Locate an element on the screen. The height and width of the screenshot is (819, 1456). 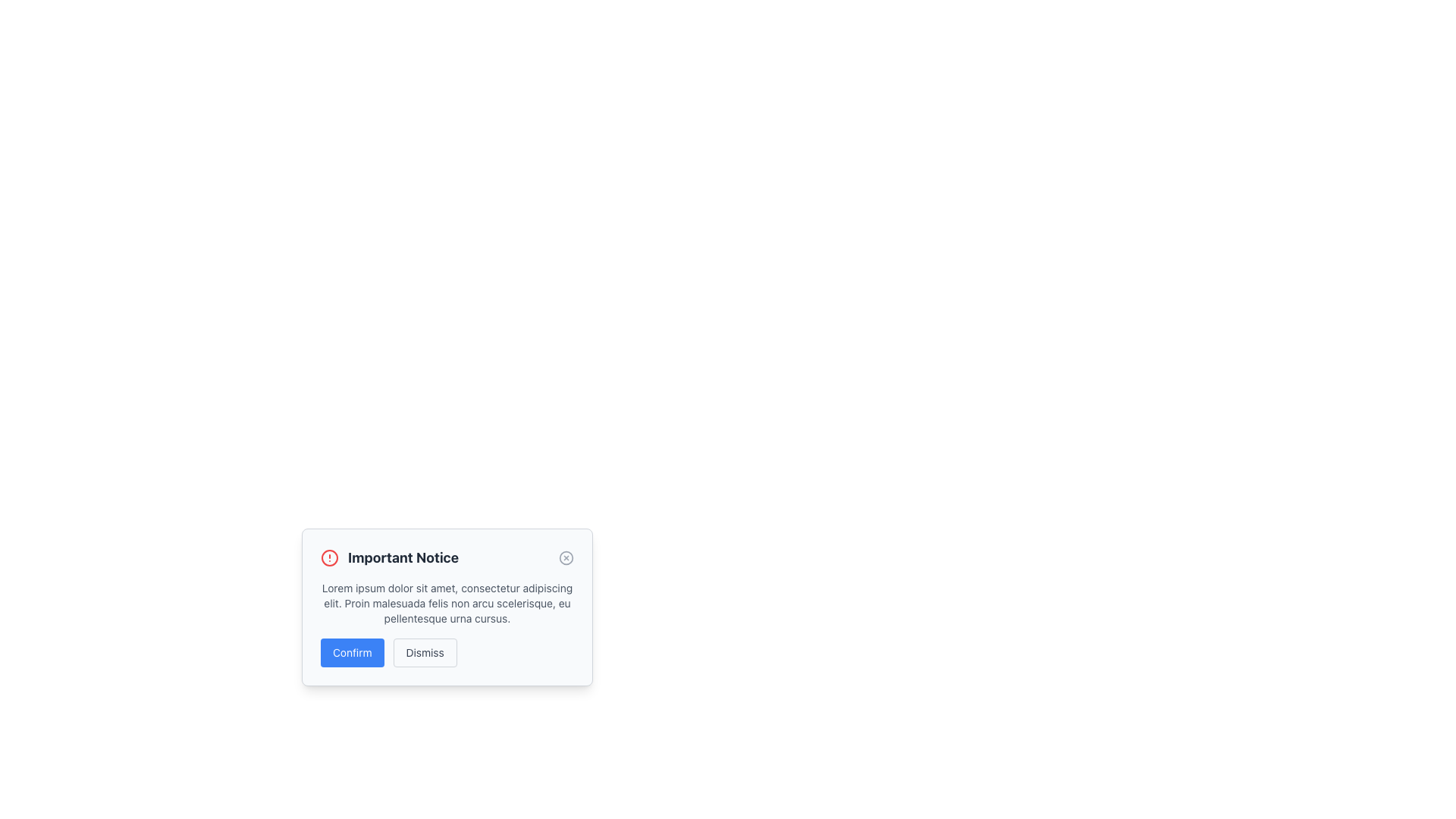
the circular outline SVG graphic element that serves as part of the warning or alert symbol, located within the 'Important Notice' alert card is located at coordinates (329, 558).